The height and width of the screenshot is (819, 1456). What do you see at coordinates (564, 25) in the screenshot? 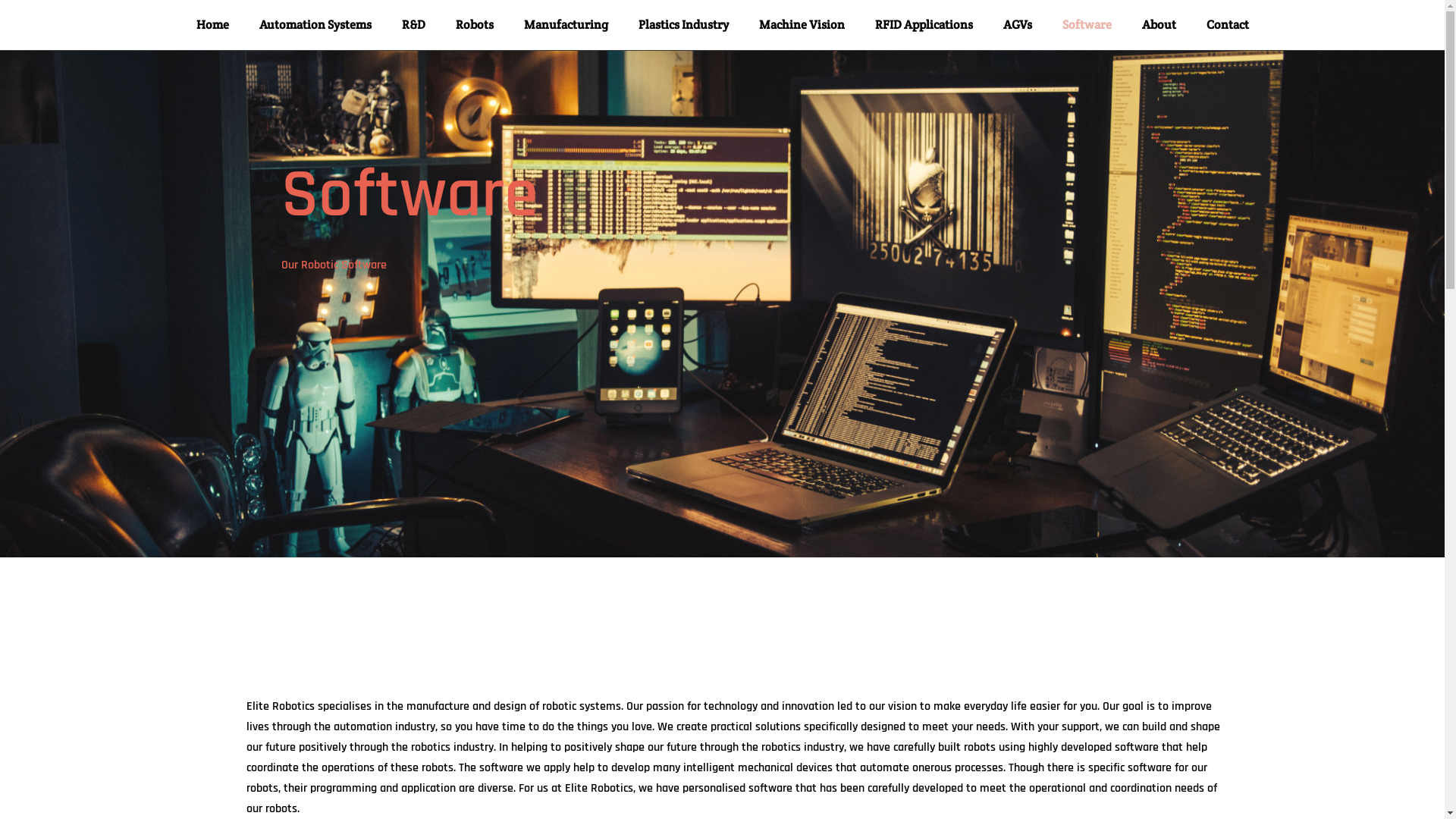
I see `'Manufacturing'` at bounding box center [564, 25].